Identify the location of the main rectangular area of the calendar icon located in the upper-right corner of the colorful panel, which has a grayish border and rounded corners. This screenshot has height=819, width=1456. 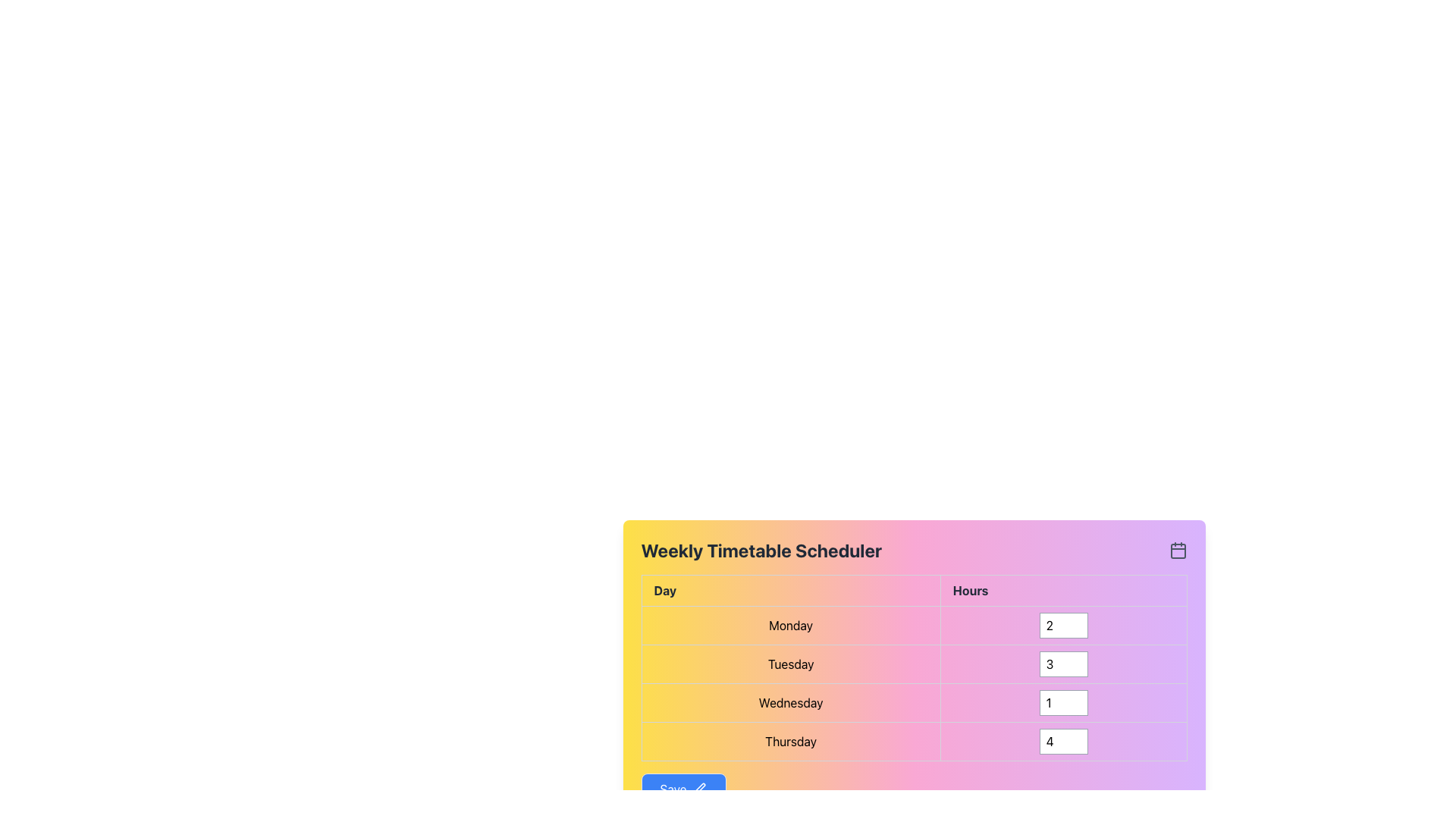
(1177, 551).